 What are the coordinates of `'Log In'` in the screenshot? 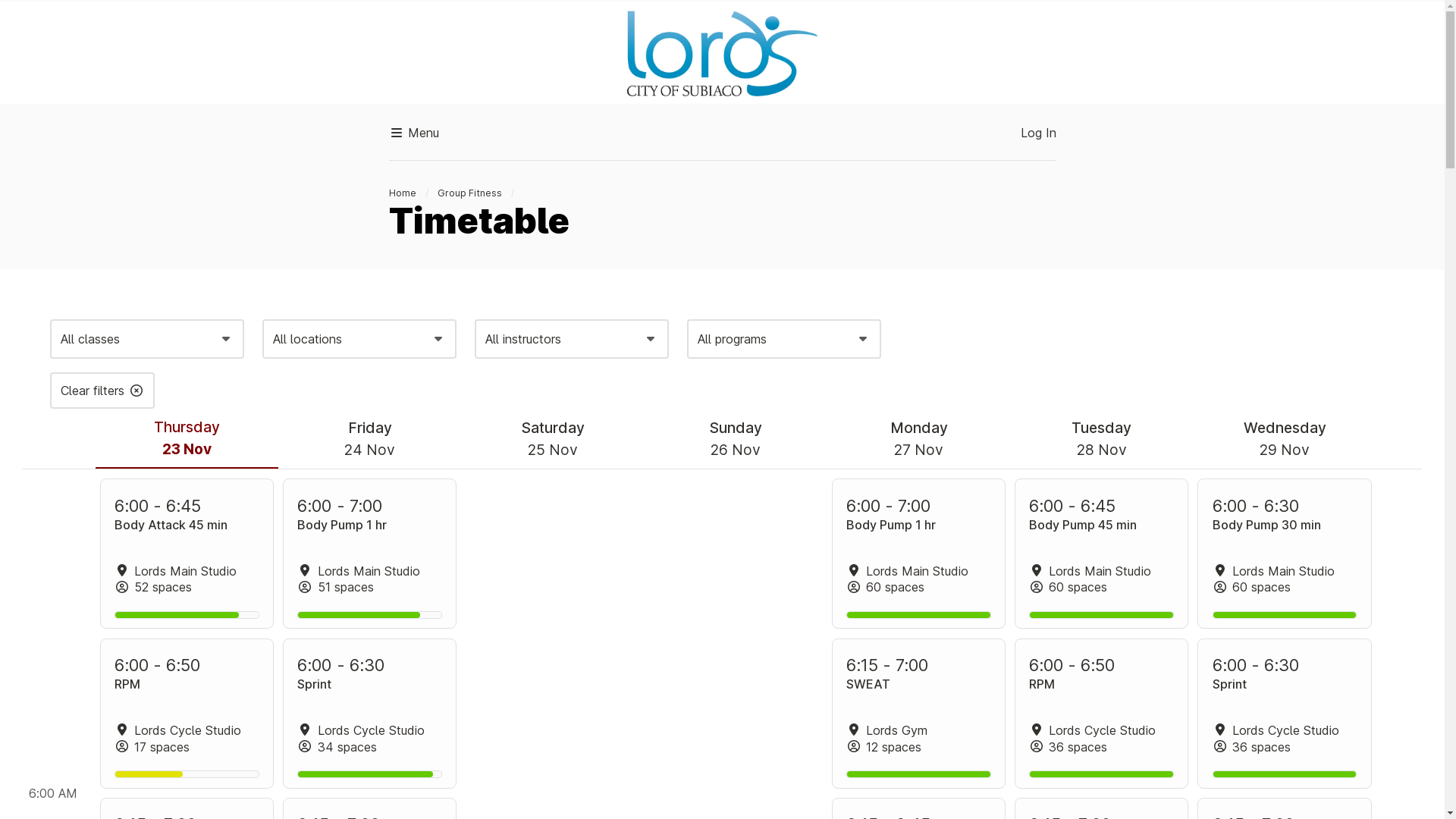 It's located at (1037, 131).